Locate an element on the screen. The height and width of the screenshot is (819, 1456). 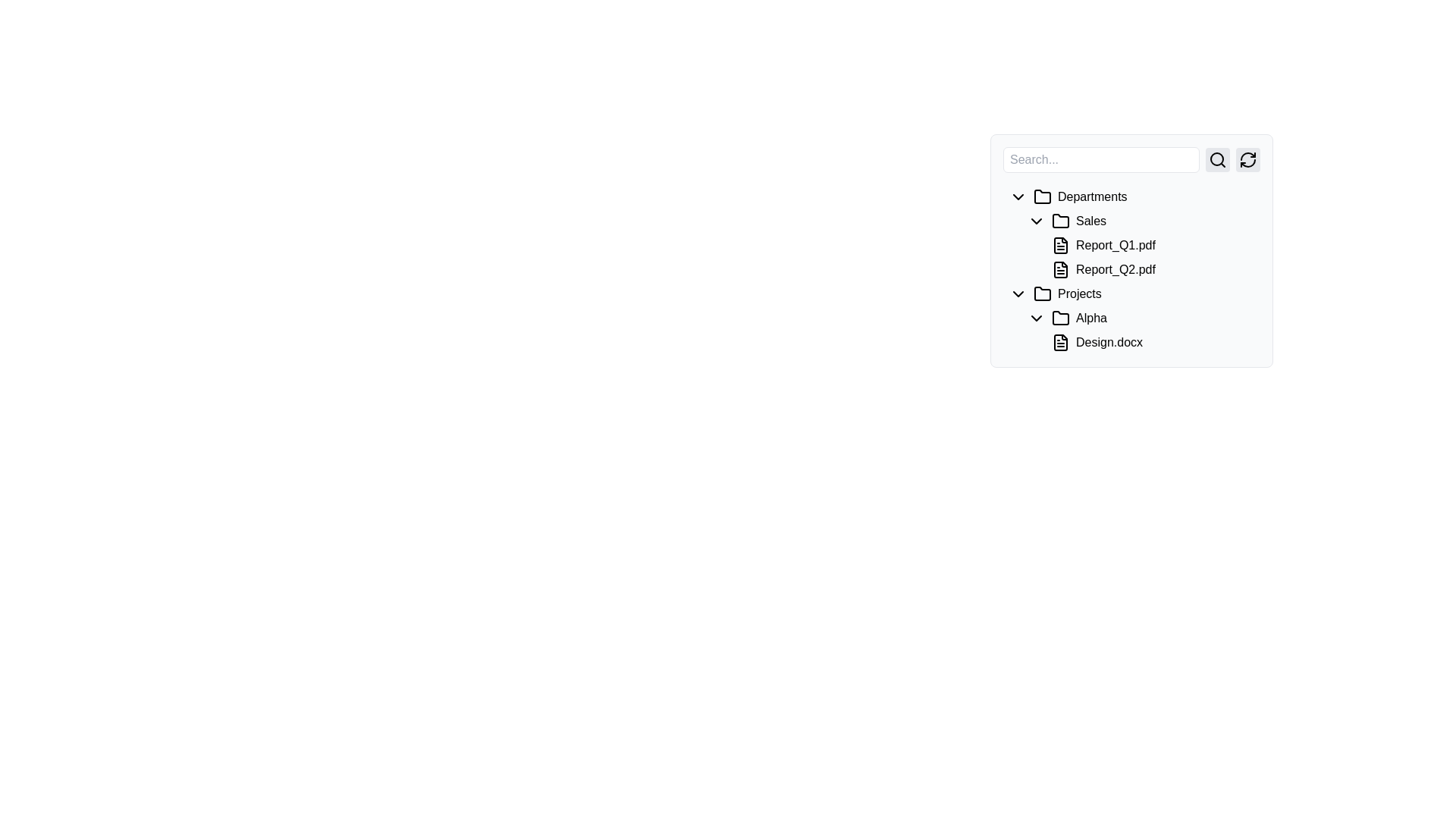
the folder icon located to the left of the text 'Projects' in the hierarchical file structure is located at coordinates (1044, 294).